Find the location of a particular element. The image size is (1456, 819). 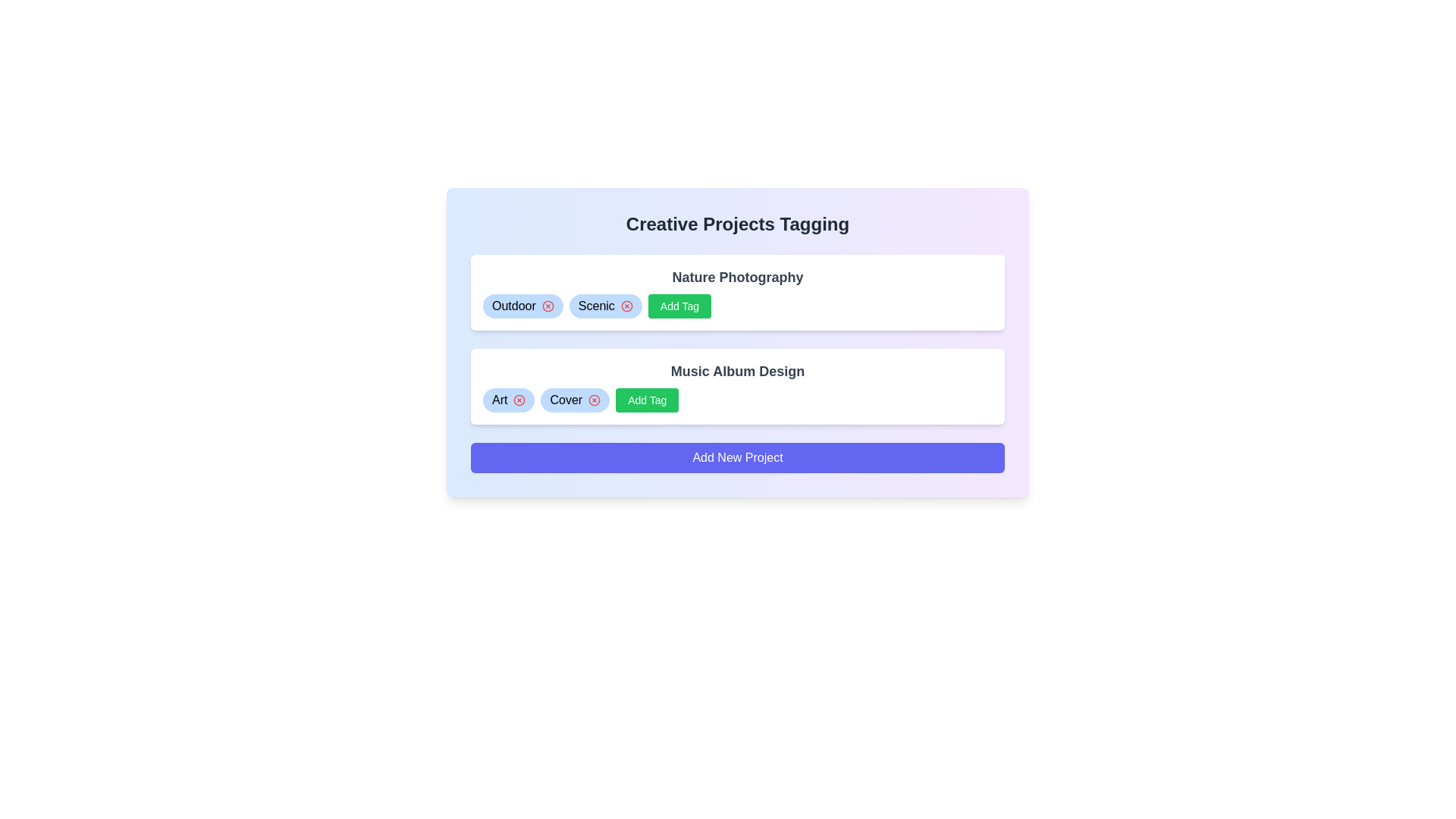

the circular red 'X' button located at the far-right side of the 'Cover' label in the blue rounded rectangle under 'Music Album Design' is located at coordinates (594, 400).